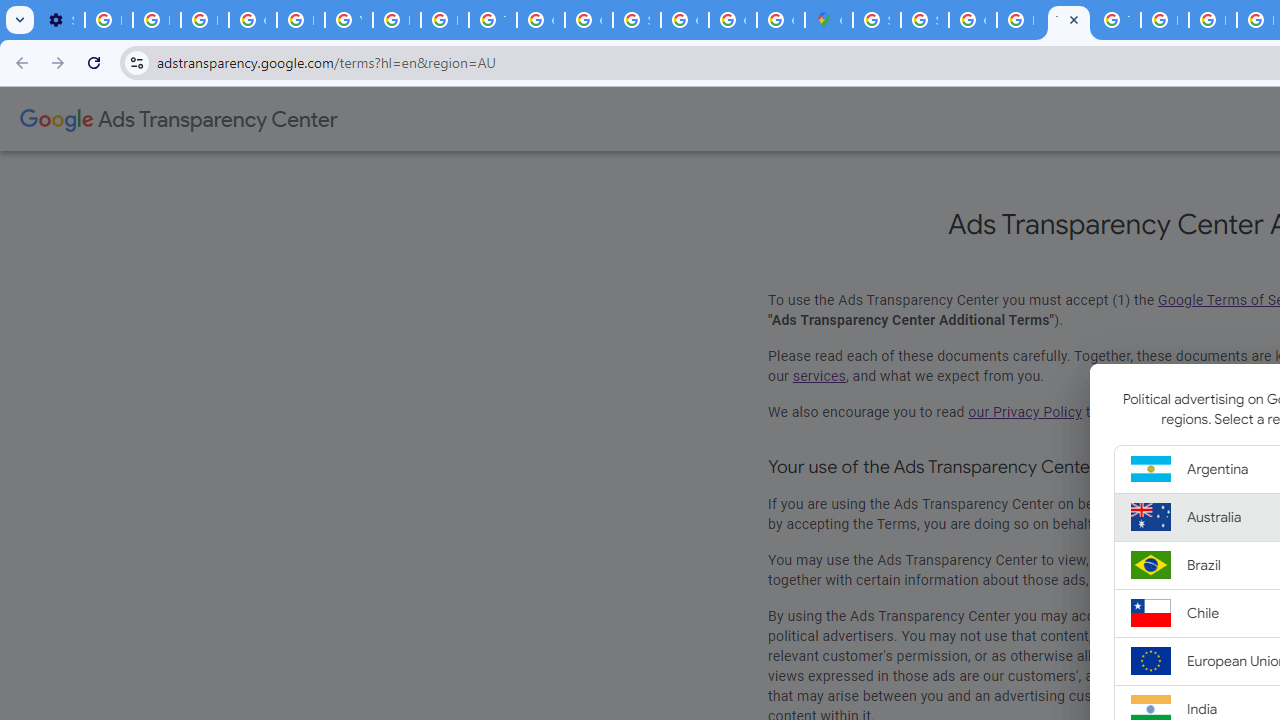 Image resolution: width=1280 pixels, height=720 pixels. Describe the element at coordinates (1164, 20) in the screenshot. I see `'Blogger Policies and Guidelines - Transparency Center'` at that location.